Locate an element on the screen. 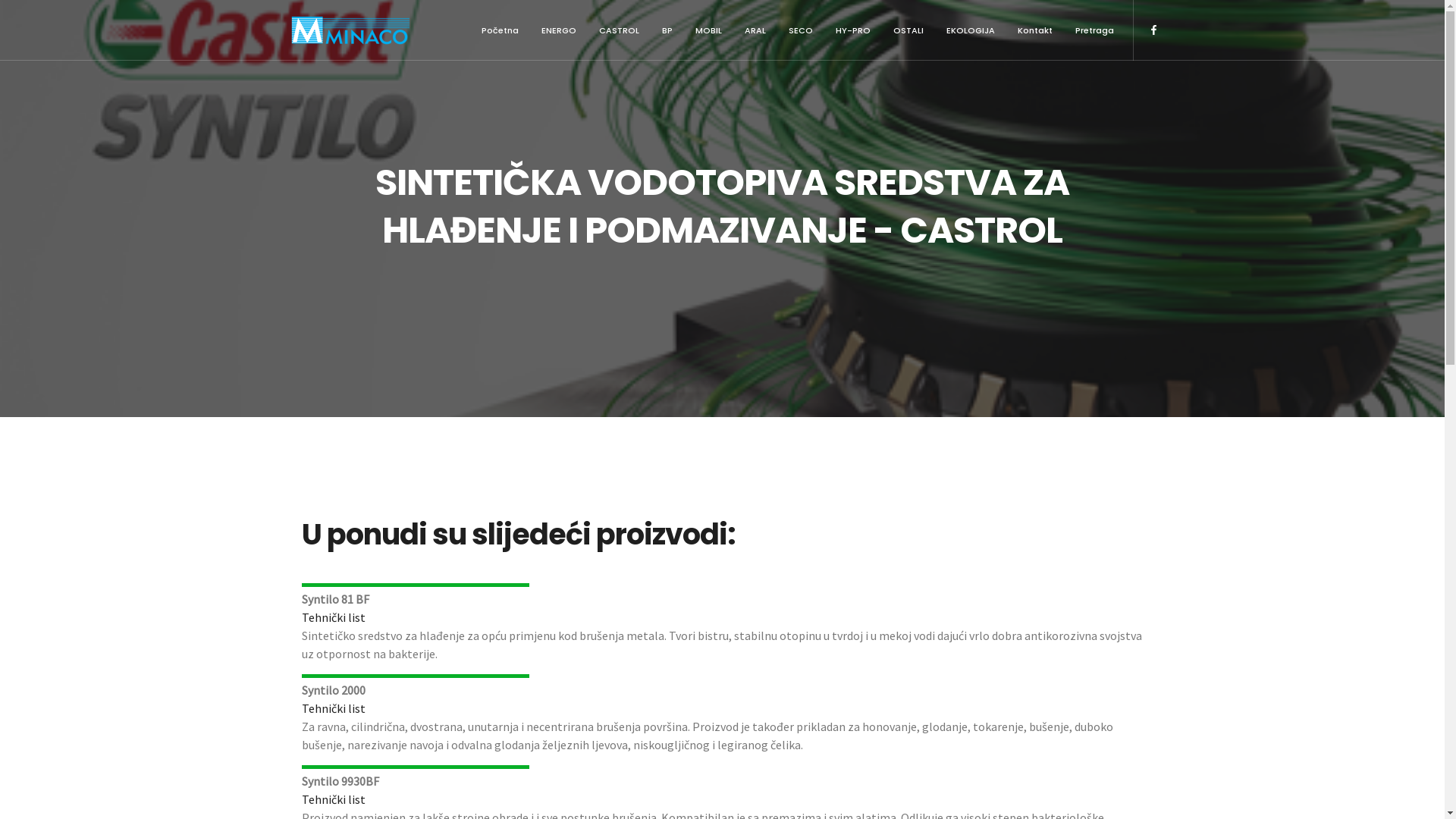  'MOBIL' is located at coordinates (708, 30).